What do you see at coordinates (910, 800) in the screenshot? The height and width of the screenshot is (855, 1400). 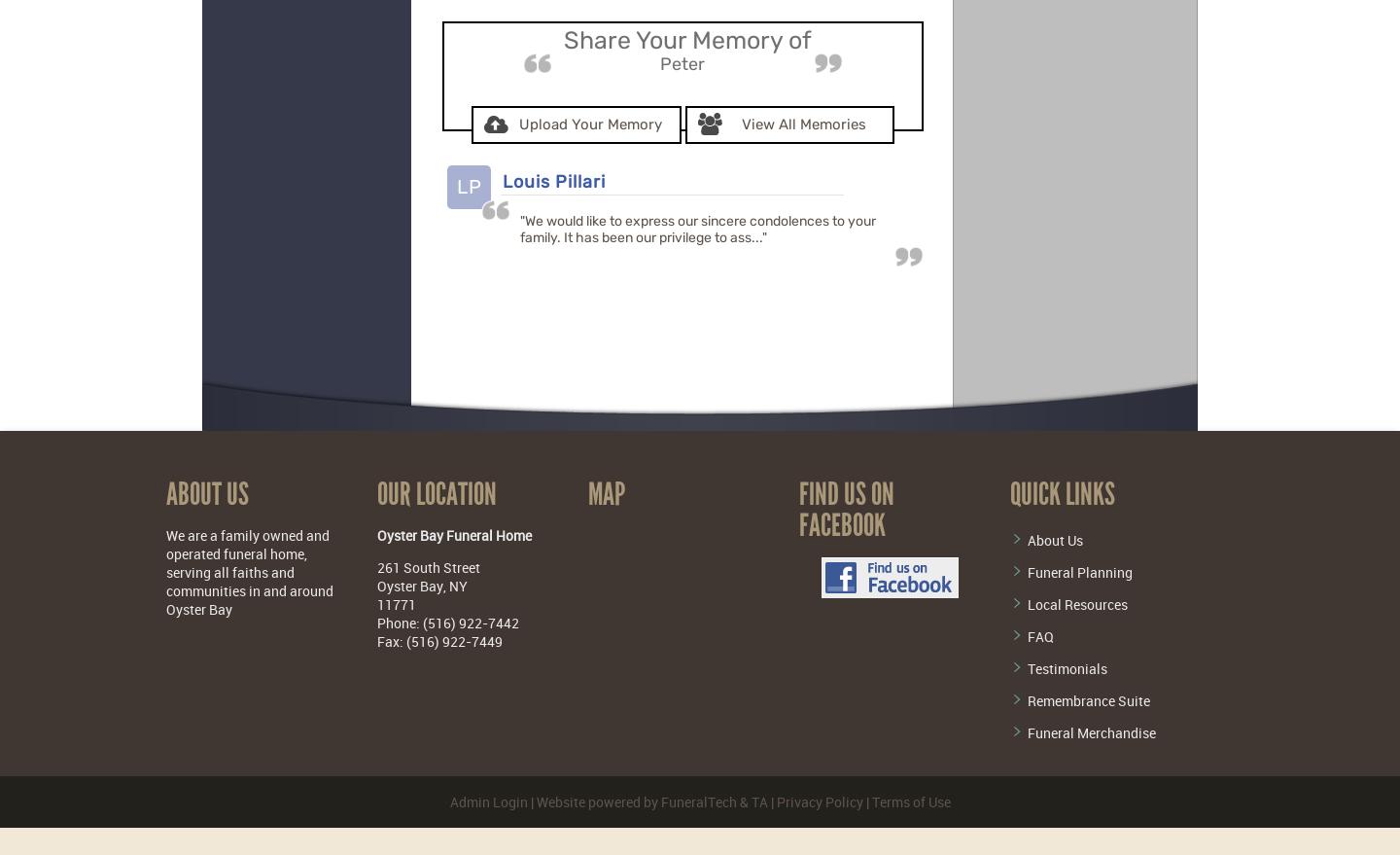 I see `'Terms of Use'` at bounding box center [910, 800].